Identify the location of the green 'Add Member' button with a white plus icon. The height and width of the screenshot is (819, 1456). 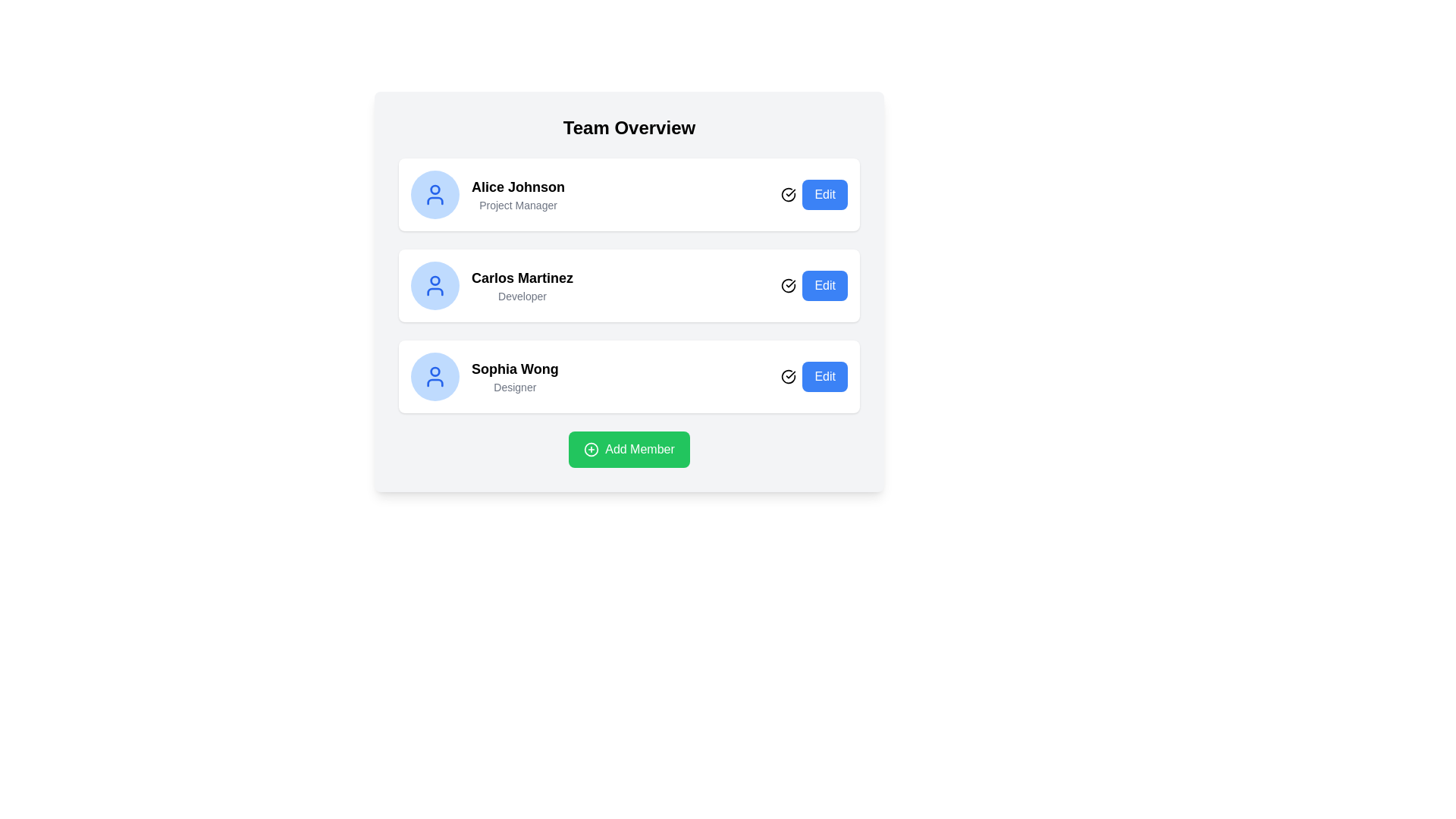
(629, 449).